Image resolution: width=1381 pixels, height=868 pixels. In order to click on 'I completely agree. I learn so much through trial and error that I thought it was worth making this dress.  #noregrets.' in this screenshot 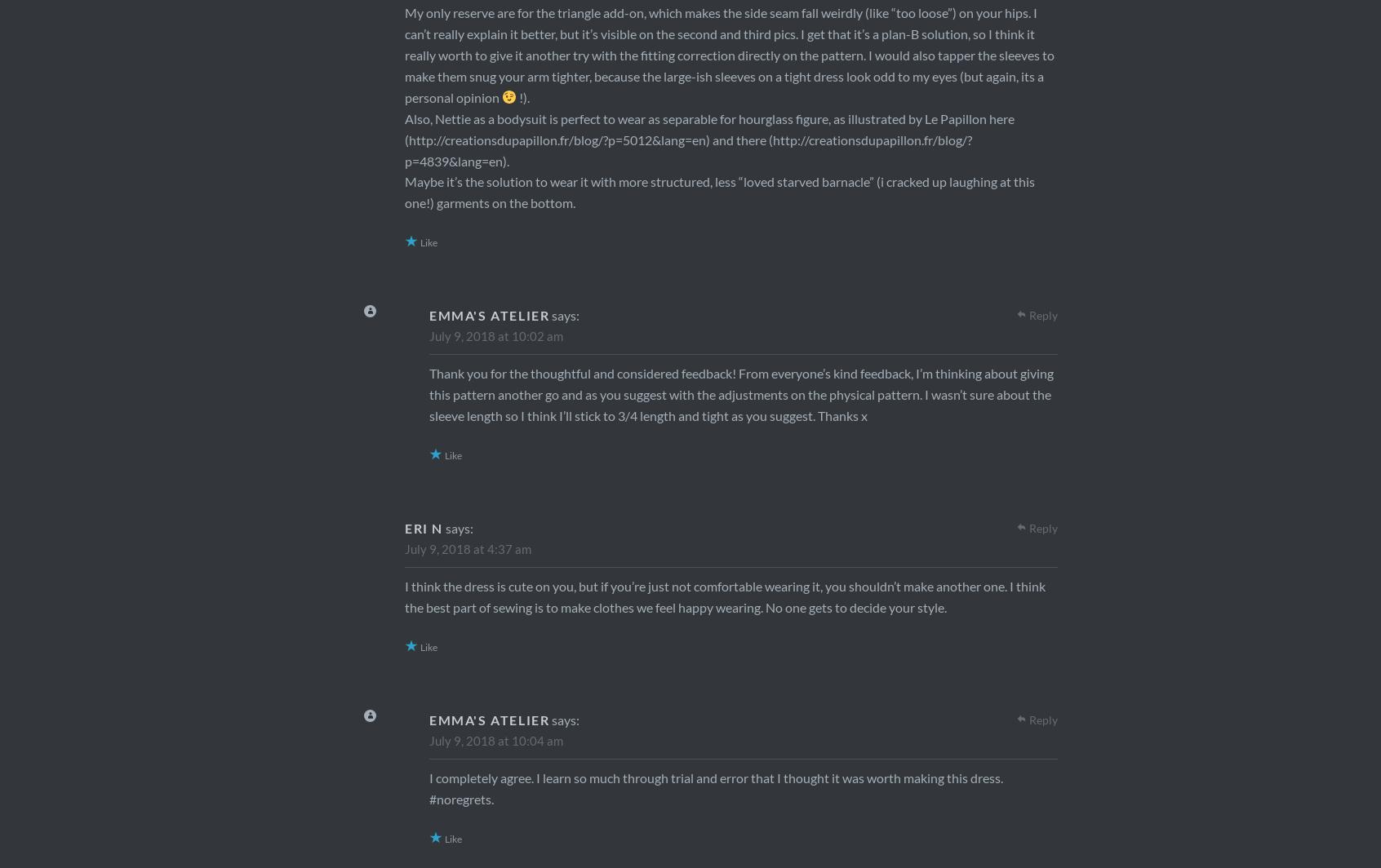, I will do `click(715, 788)`.